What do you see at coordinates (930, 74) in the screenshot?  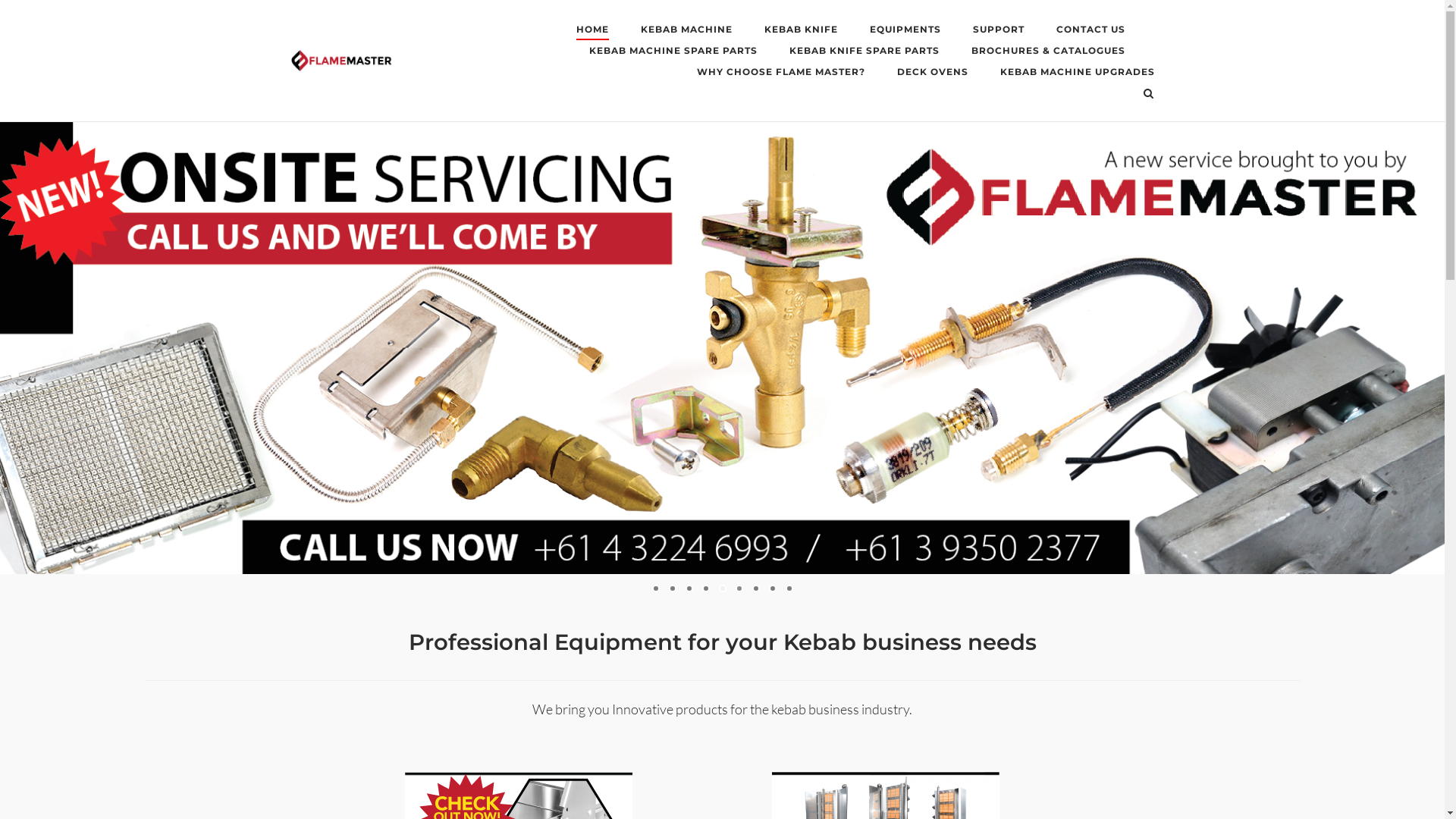 I see `'DECK OVENS'` at bounding box center [930, 74].